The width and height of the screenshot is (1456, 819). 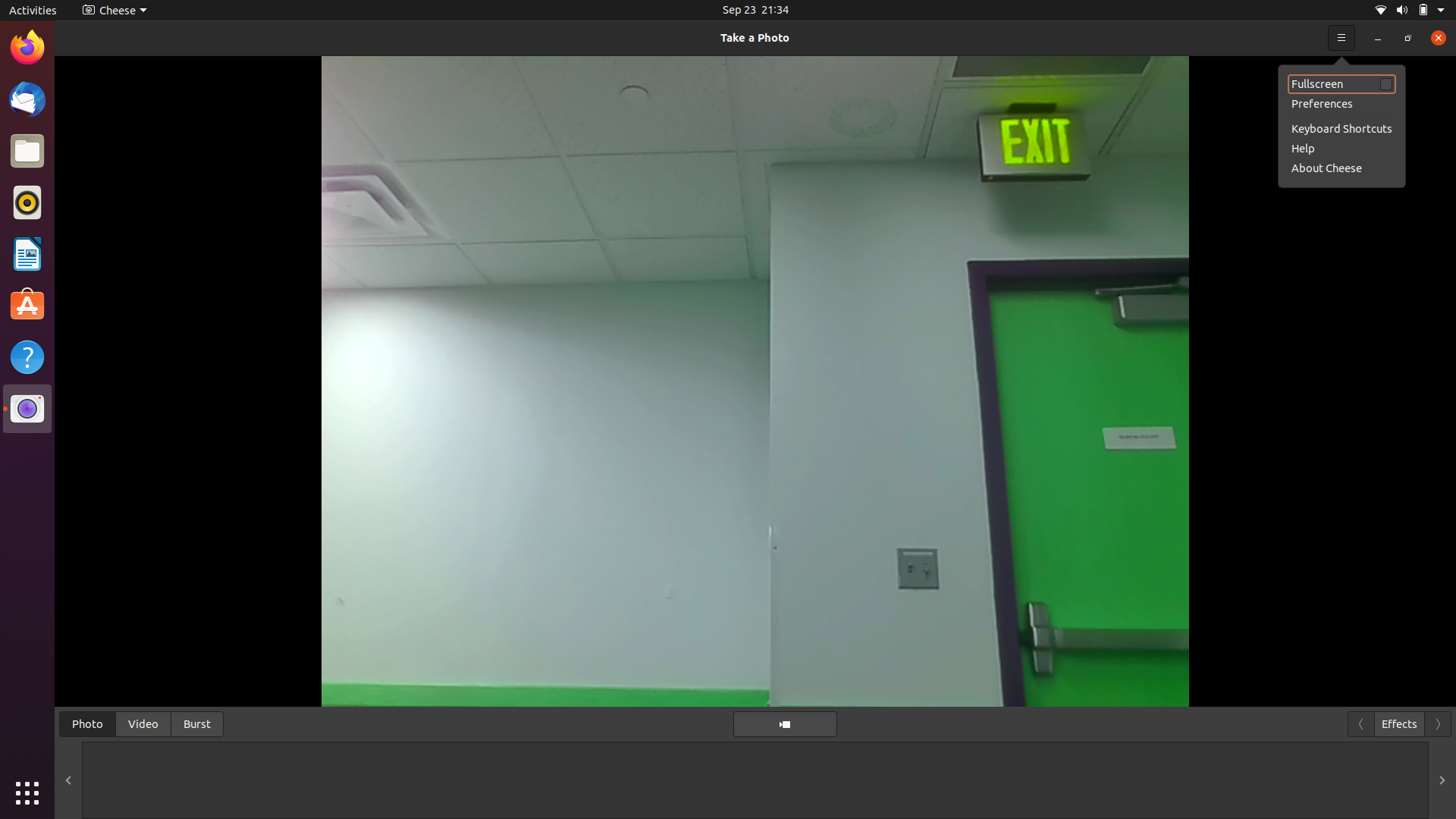 What do you see at coordinates (1433, 36) in the screenshot?
I see `Terminate the camera application` at bounding box center [1433, 36].